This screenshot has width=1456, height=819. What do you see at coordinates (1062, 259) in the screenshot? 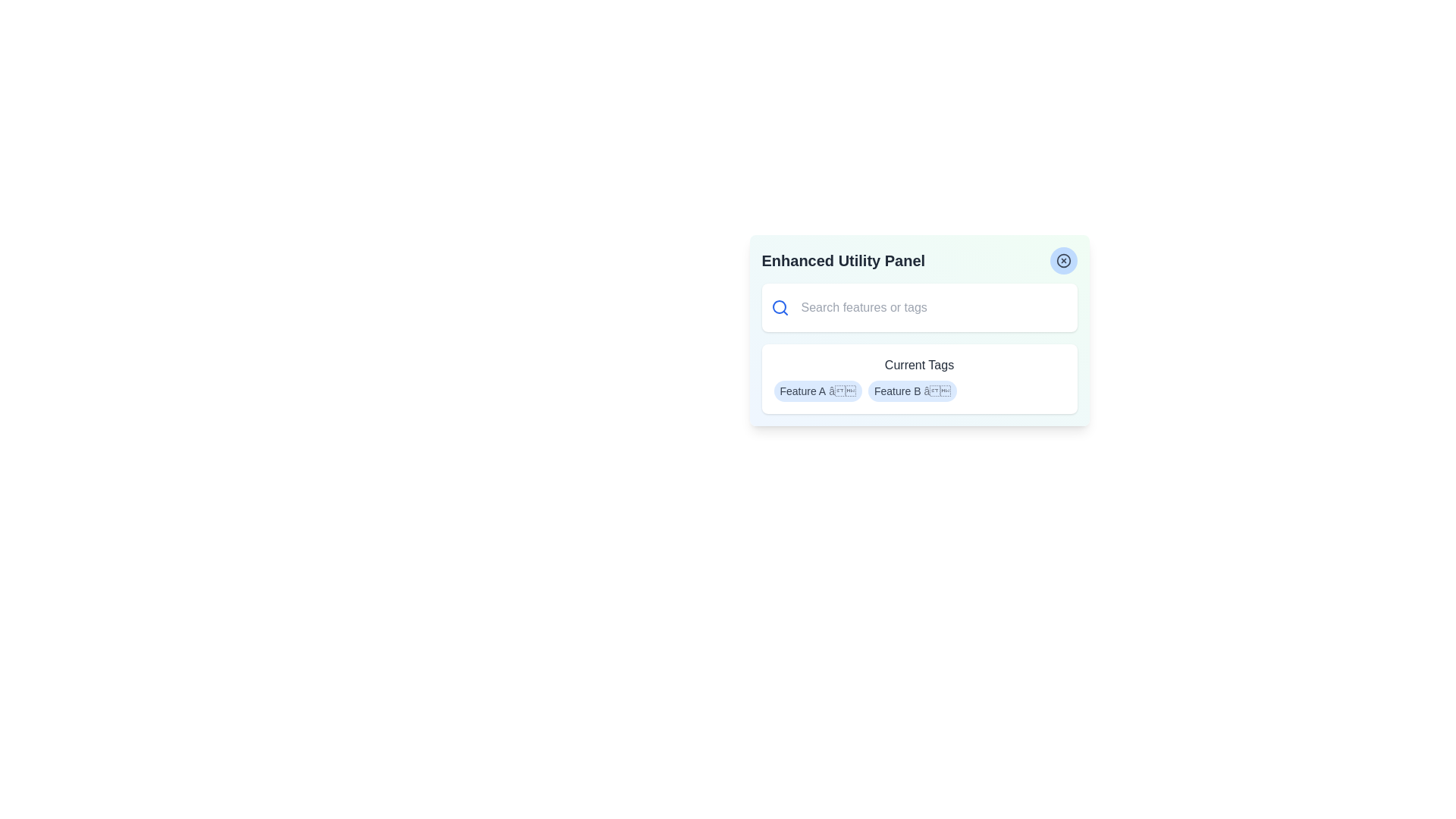
I see `the close button located at the far right of the 'Enhanced Utility Panel' header` at bounding box center [1062, 259].